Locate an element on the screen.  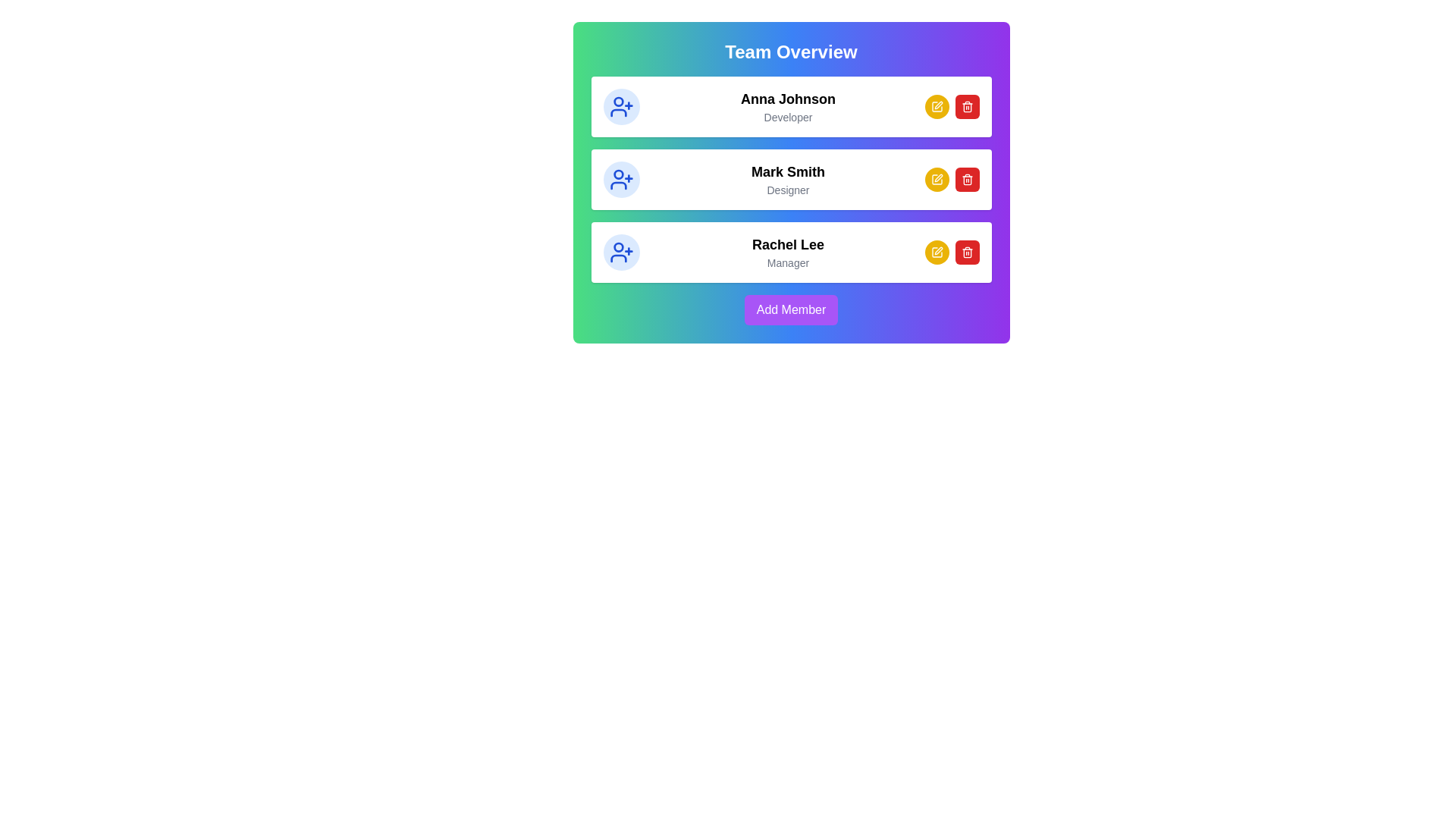
the text block displaying 'Mark Smith' and 'Designer', which is located in the middle of three vertically stacked cards, centered horizontally and positioned to the right of an avatar icon is located at coordinates (788, 178).